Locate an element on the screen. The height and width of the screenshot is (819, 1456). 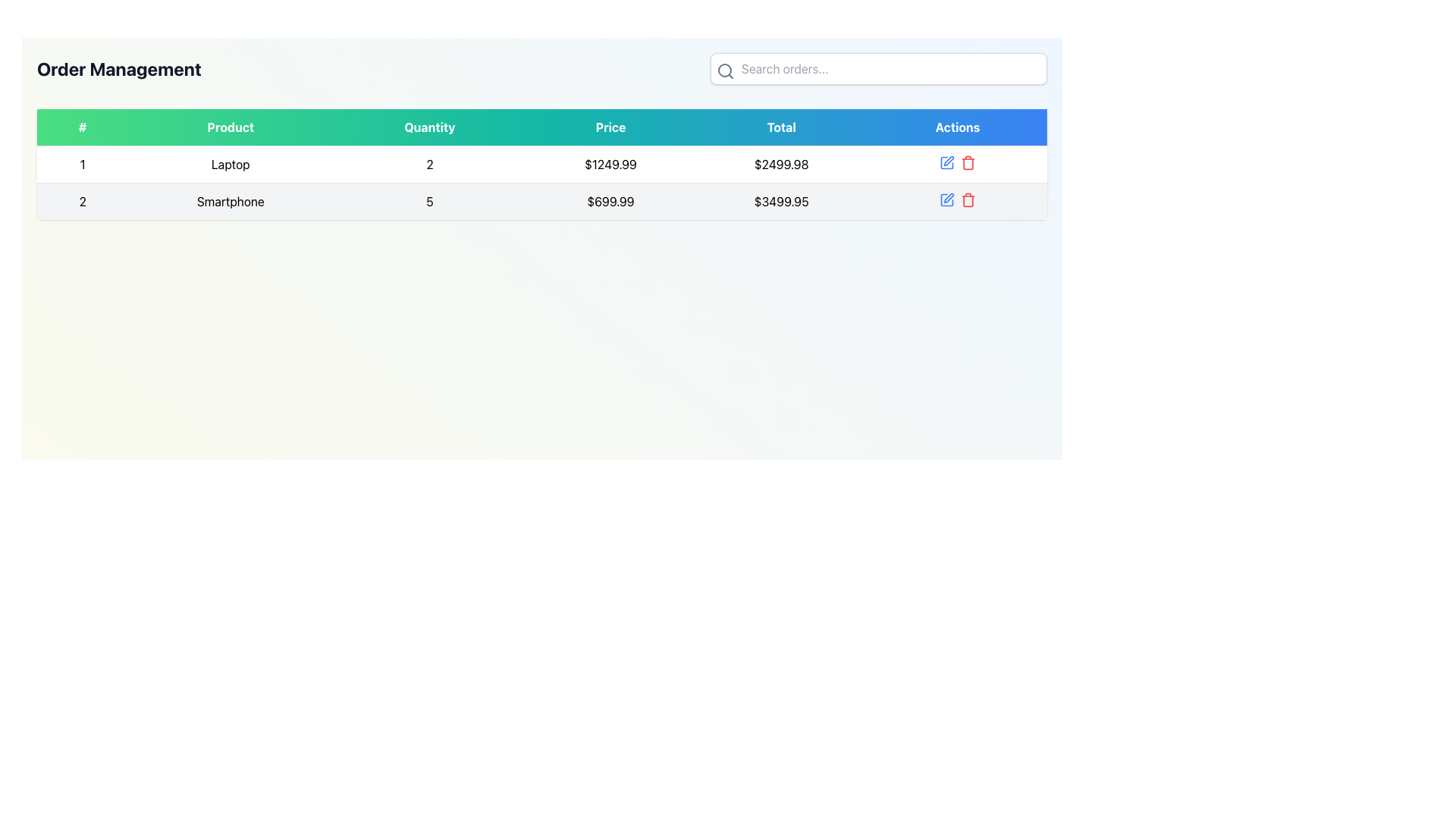
the Text Display showing the price '$699.99' in the 'Price' column of the second row ('Smartphone') in the table is located at coordinates (610, 200).